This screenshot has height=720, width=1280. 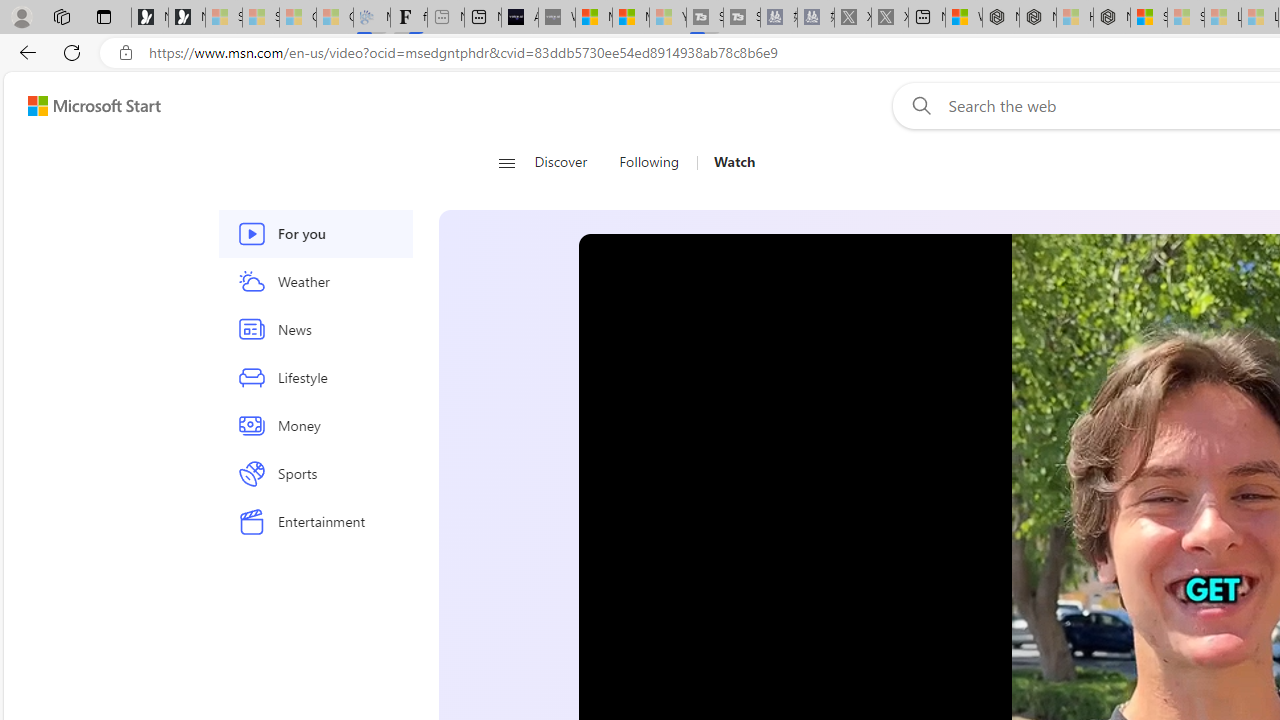 I want to click on 'What', so click(x=556, y=17).